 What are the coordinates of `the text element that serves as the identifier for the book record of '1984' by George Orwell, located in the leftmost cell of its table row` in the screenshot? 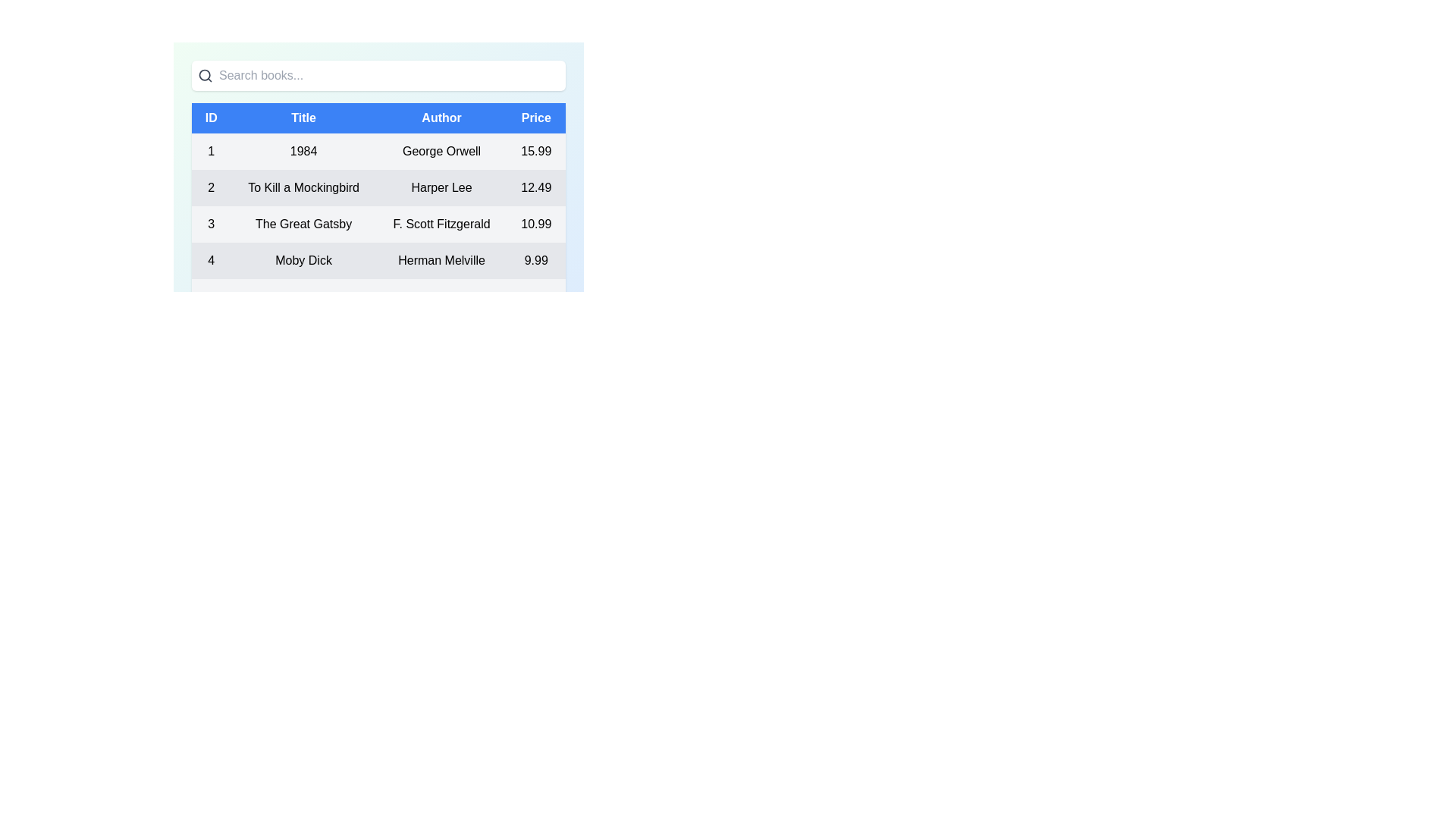 It's located at (210, 152).